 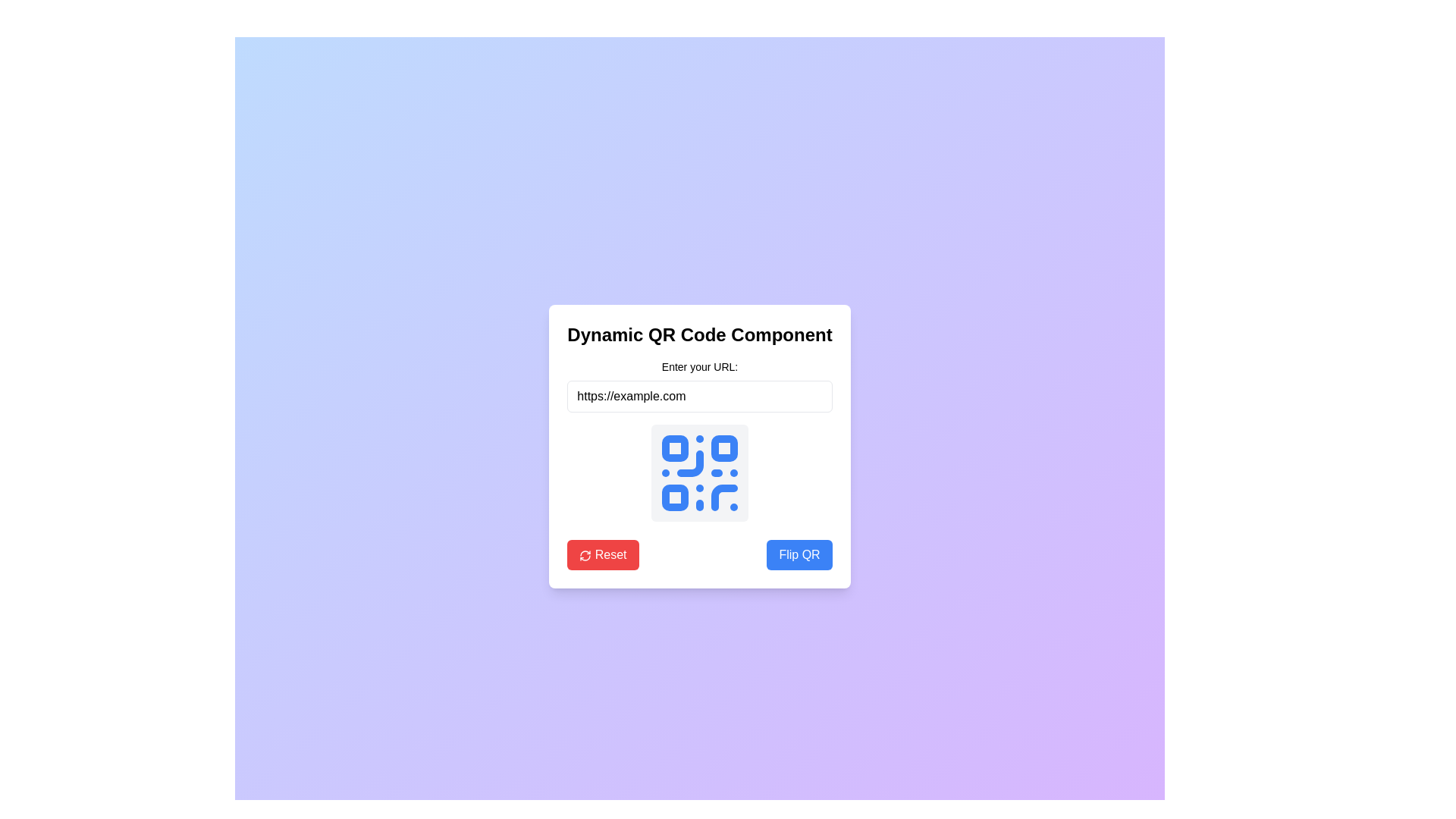 What do you see at coordinates (674, 497) in the screenshot?
I see `the decorative graphical element, which is the third square in the QR code's grid layout located at the bottom left of the QR code` at bounding box center [674, 497].